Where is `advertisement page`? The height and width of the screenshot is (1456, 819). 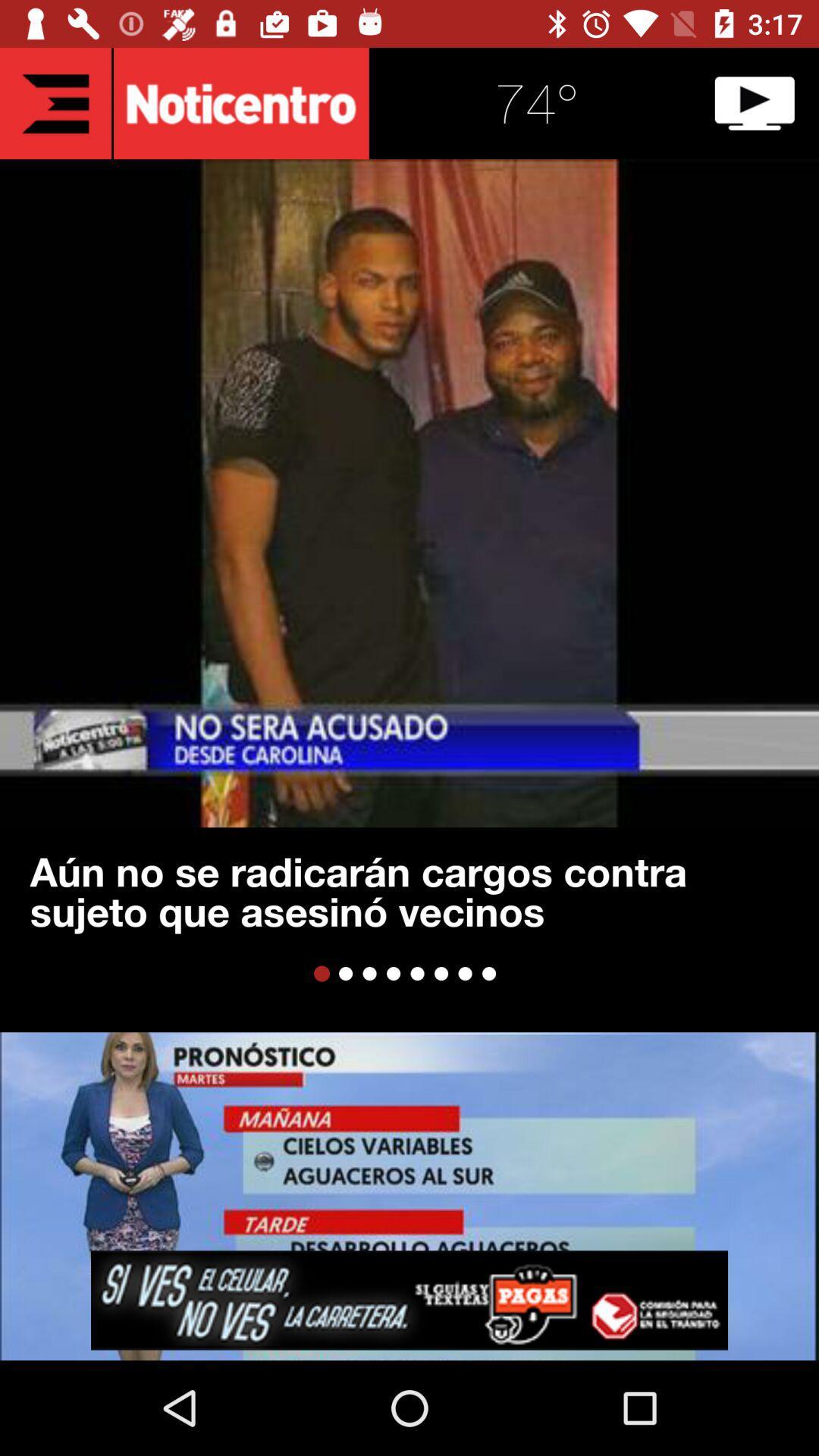 advertisement page is located at coordinates (409, 1299).